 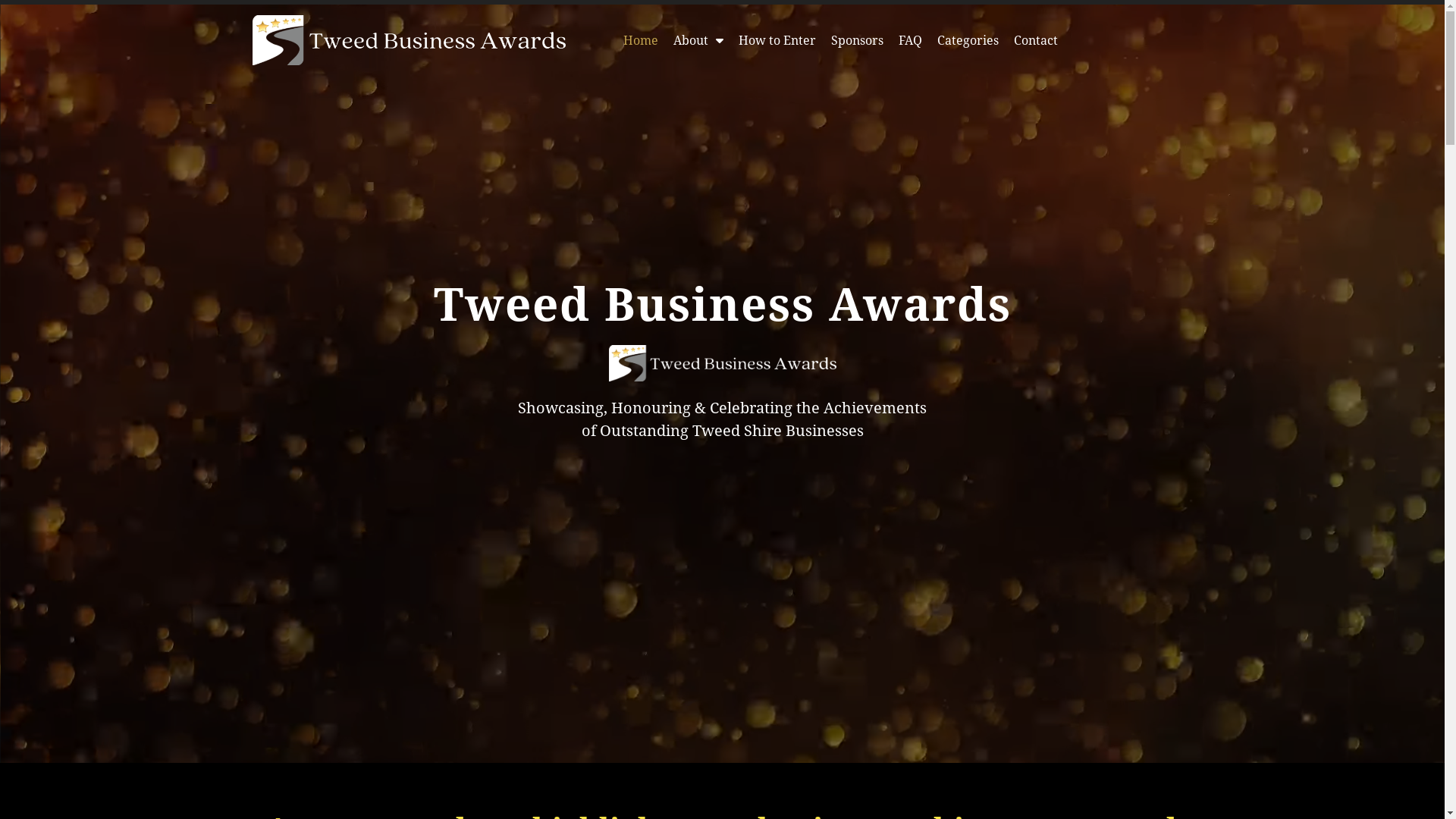 What do you see at coordinates (910, 39) in the screenshot?
I see `'FAQ'` at bounding box center [910, 39].